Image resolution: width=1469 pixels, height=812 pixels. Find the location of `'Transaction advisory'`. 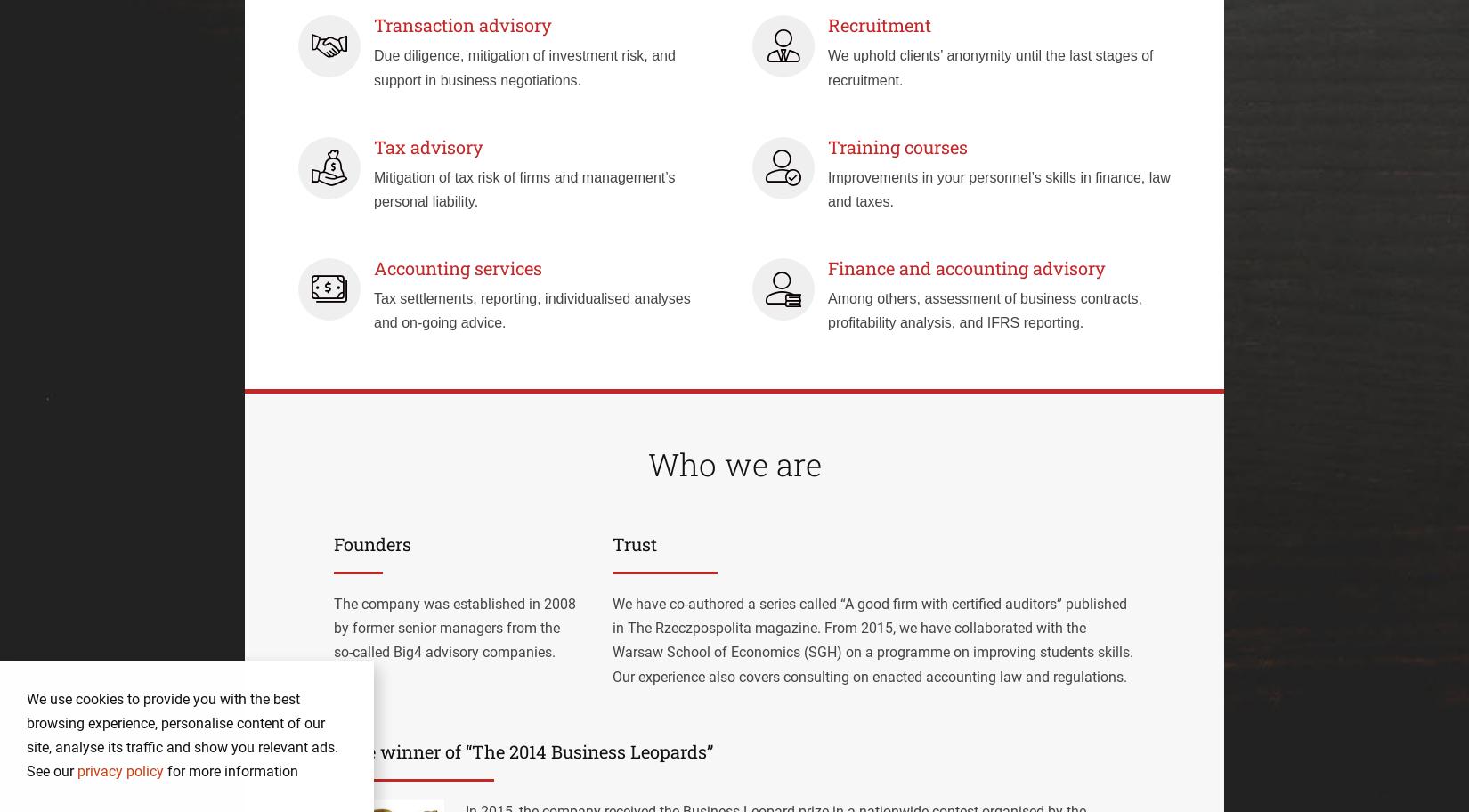

'Transaction advisory' is located at coordinates (462, 24).